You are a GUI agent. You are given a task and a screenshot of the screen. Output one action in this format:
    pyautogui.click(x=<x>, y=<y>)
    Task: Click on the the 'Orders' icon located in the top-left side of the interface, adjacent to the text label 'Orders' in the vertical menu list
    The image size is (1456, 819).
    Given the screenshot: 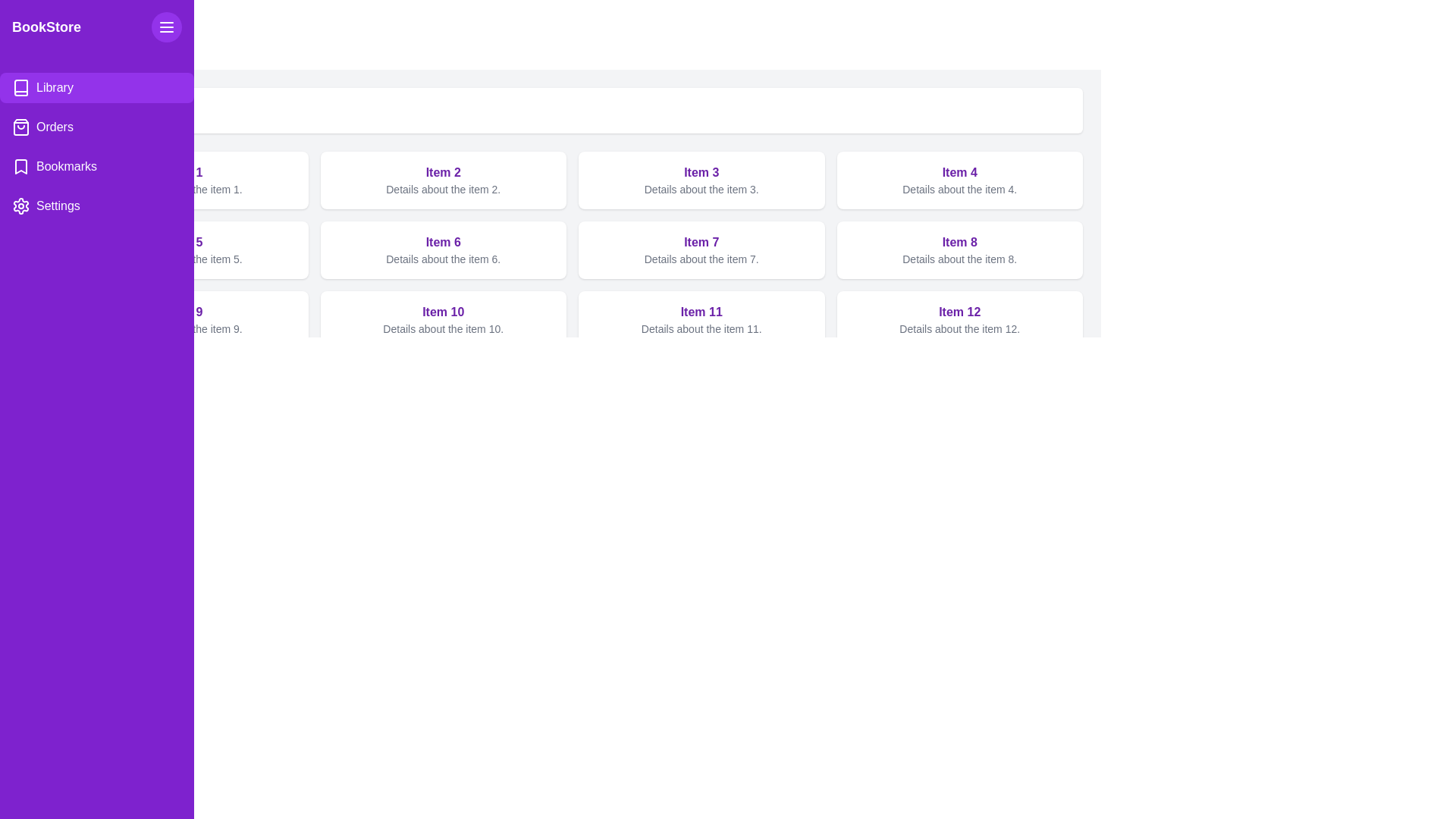 What is the action you would take?
    pyautogui.click(x=21, y=127)
    